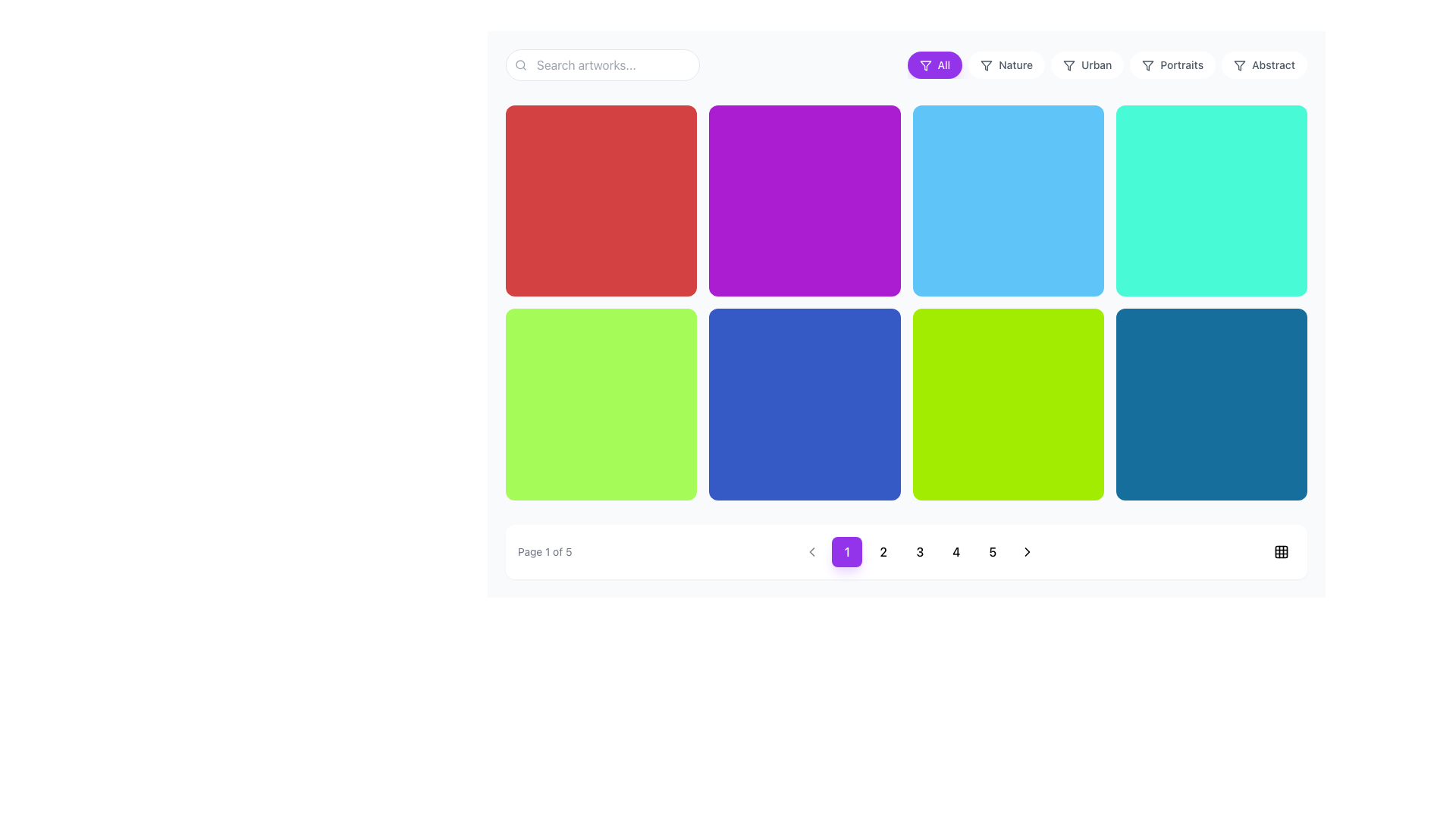  I want to click on the square-shaped button displaying the number '4' with a white background and black text, so click(955, 551).